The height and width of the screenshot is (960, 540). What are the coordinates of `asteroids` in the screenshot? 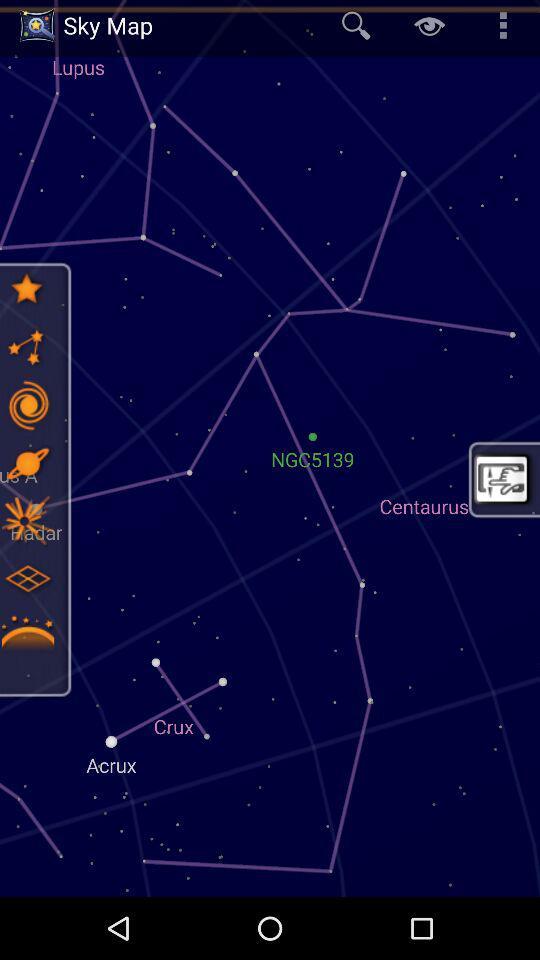 It's located at (26, 636).